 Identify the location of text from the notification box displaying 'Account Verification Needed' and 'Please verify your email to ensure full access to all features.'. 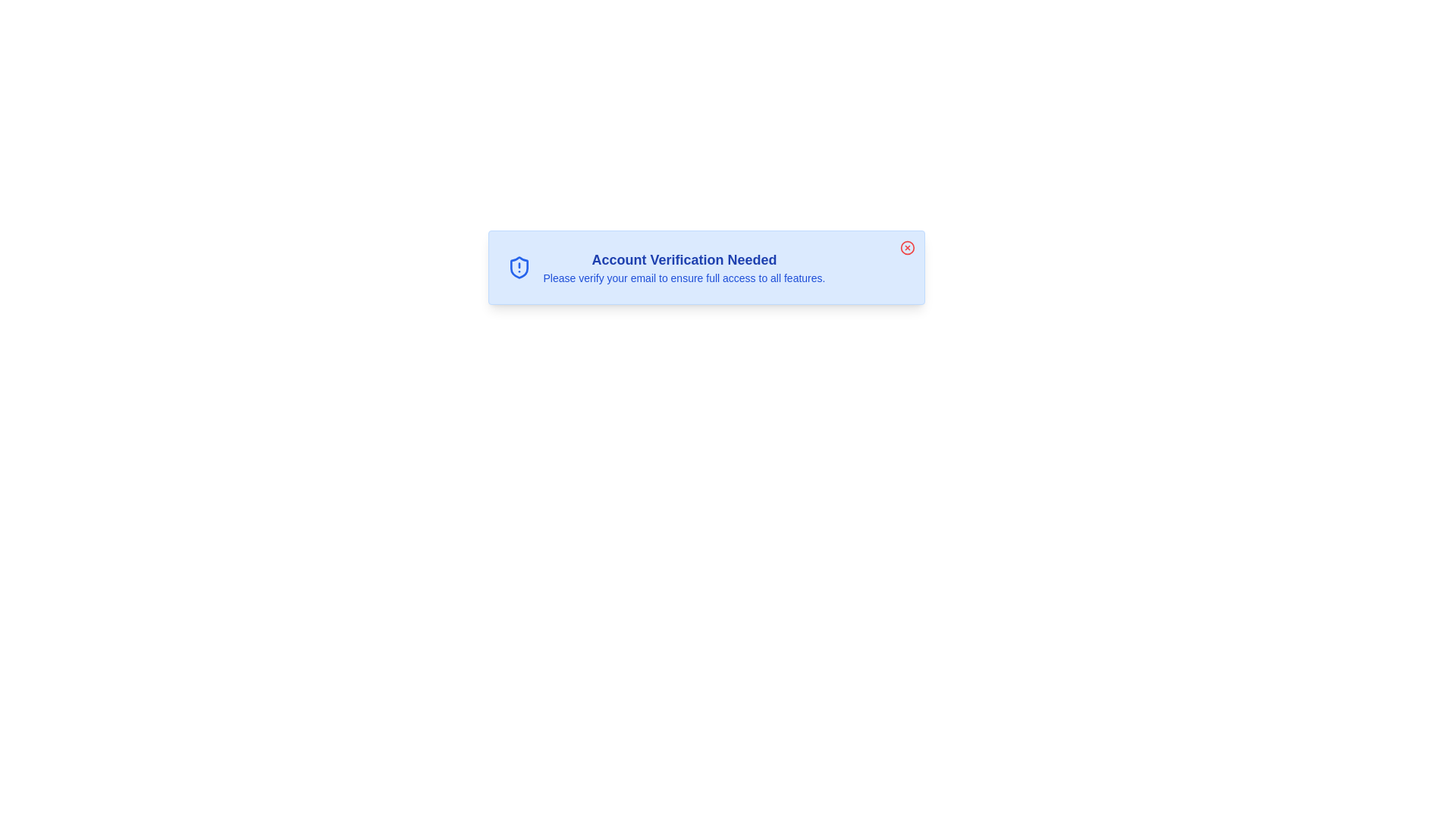
(705, 267).